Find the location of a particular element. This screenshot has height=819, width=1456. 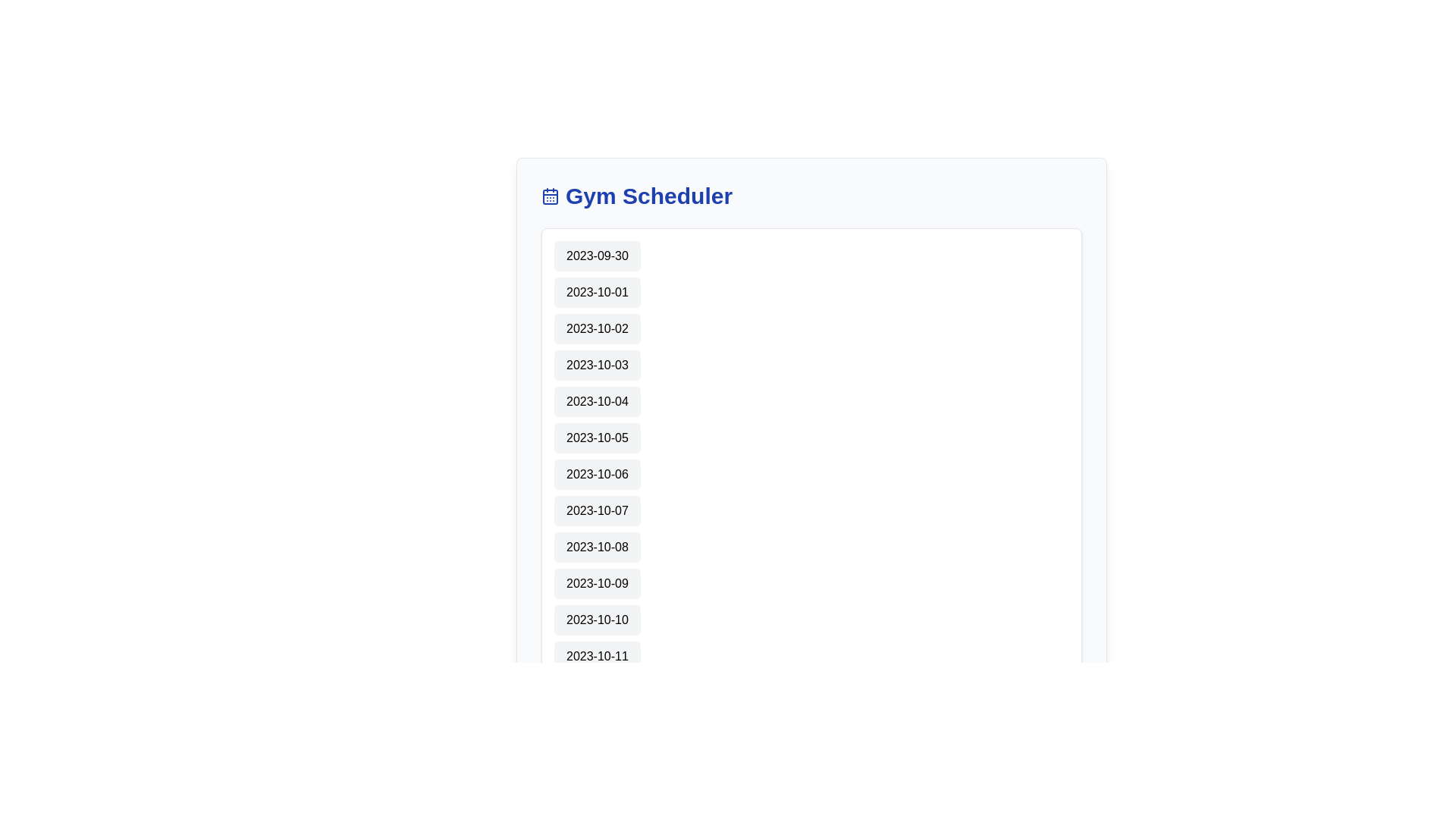

the button displaying '2023-10-05' in the Gym Scheduler is located at coordinates (596, 438).